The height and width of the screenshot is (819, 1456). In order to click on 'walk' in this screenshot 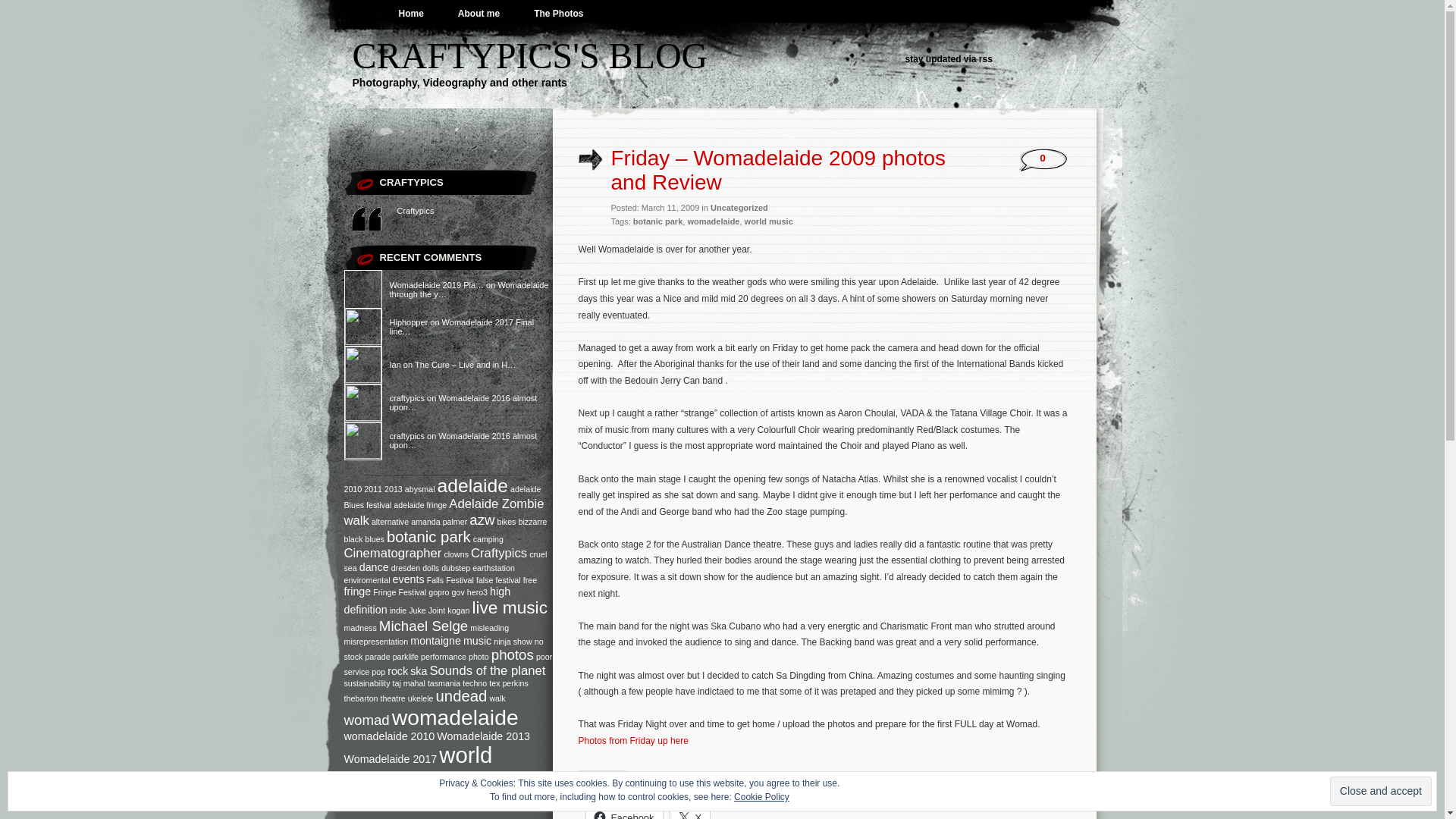, I will do `click(497, 698)`.